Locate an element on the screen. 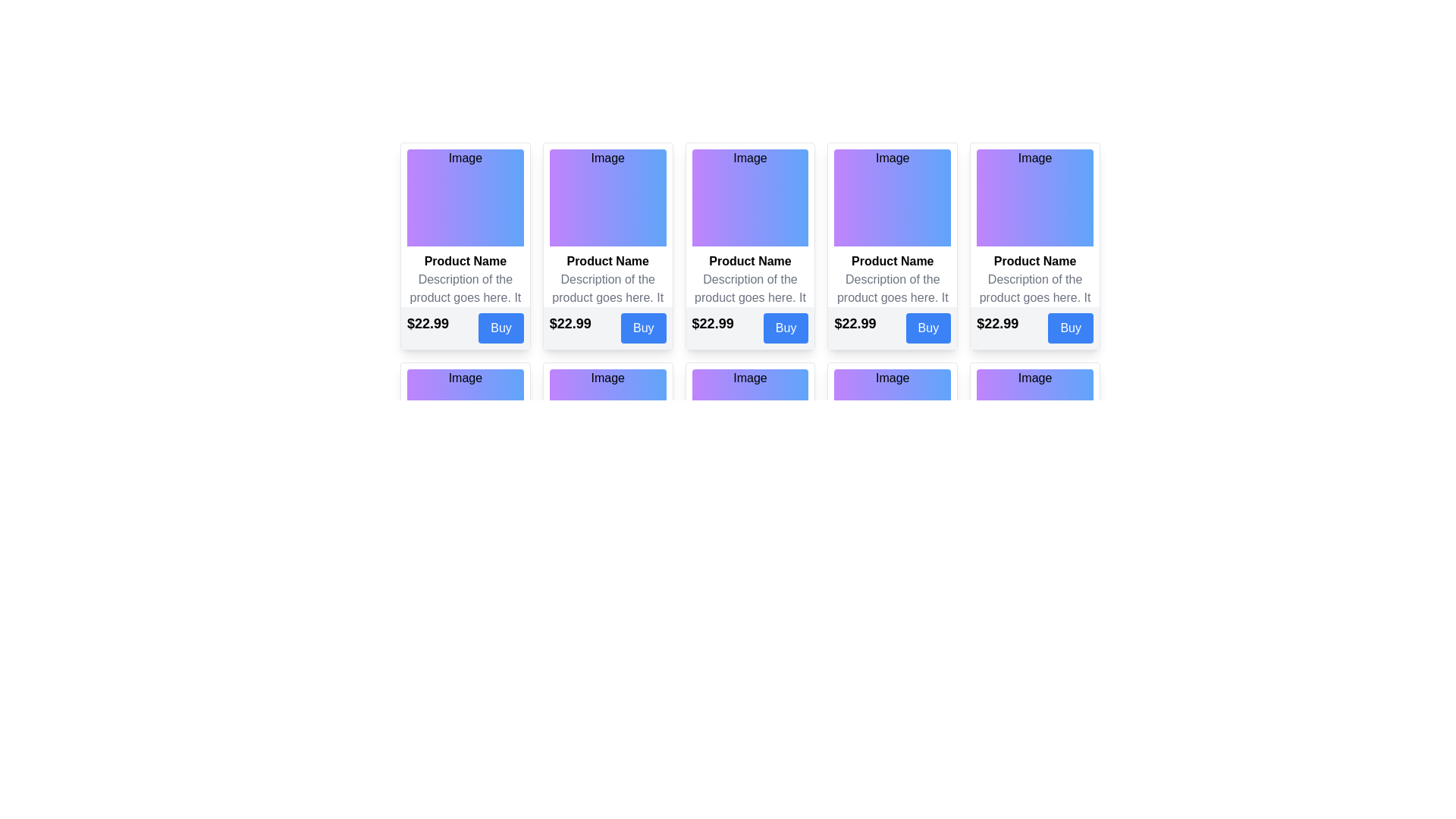 Image resolution: width=1456 pixels, height=819 pixels. the blue rectangular button with rounded corners that reads 'Buy' to activate its hover effect is located at coordinates (643, 327).